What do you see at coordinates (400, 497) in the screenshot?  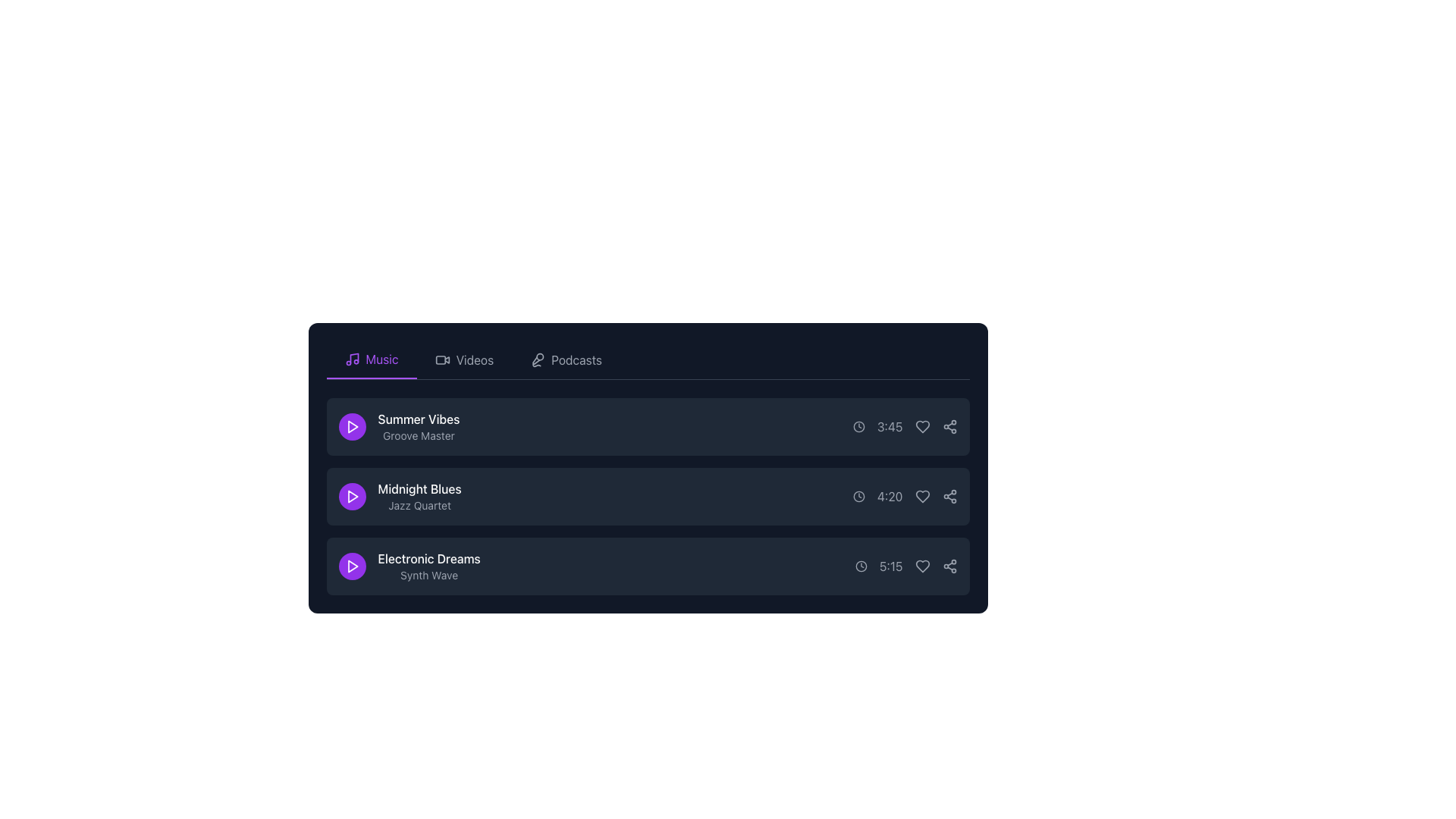 I see `the text display representing the music track 'Midnight Blues' by 'Jazz Quartet', which is located in the second row of the list between 'Summer Vibes' and 'Electronic Dreams'` at bounding box center [400, 497].